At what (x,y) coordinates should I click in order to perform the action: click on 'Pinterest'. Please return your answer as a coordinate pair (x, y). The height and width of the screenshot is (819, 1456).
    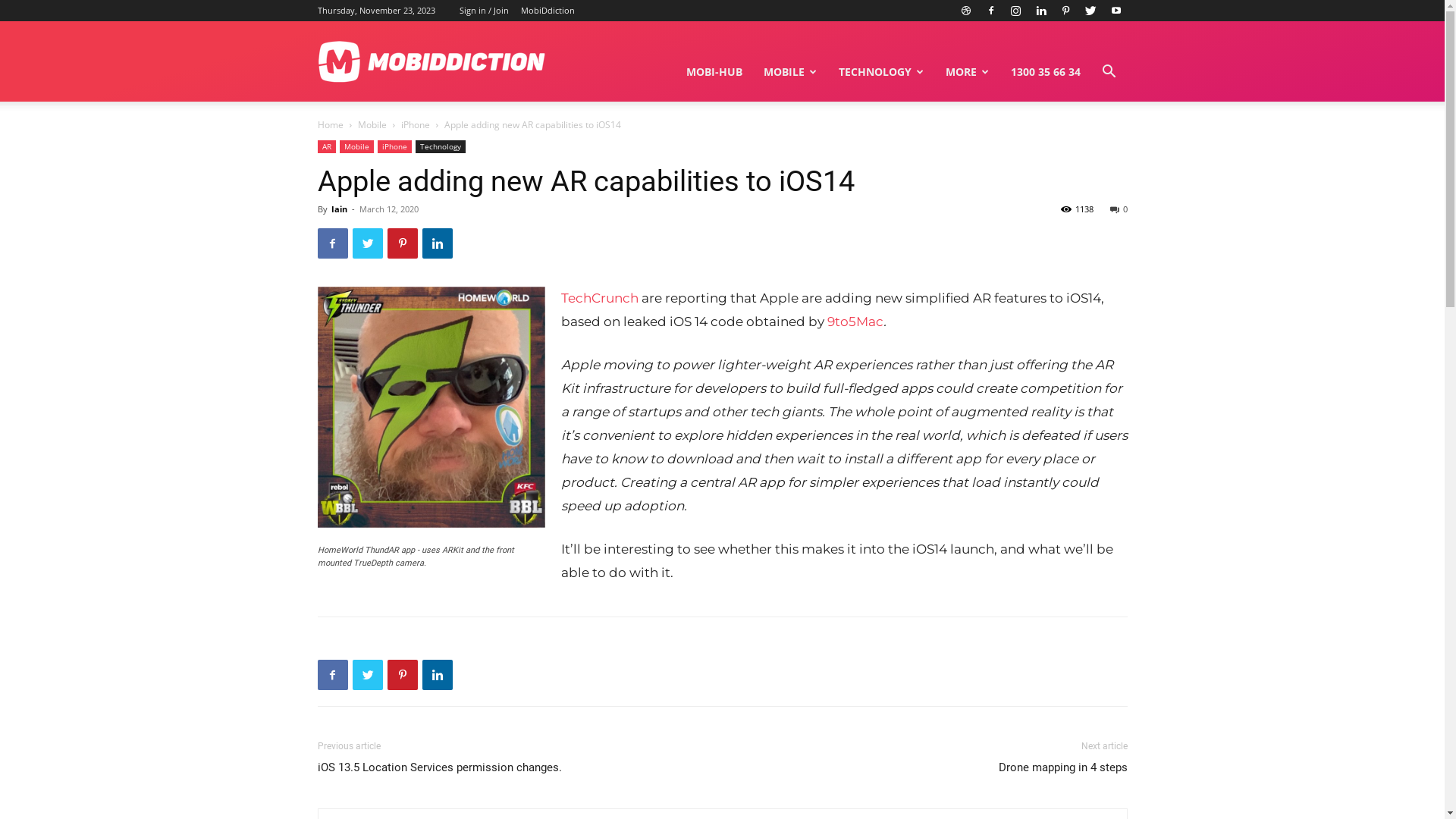
    Looking at the image, I should click on (386, 242).